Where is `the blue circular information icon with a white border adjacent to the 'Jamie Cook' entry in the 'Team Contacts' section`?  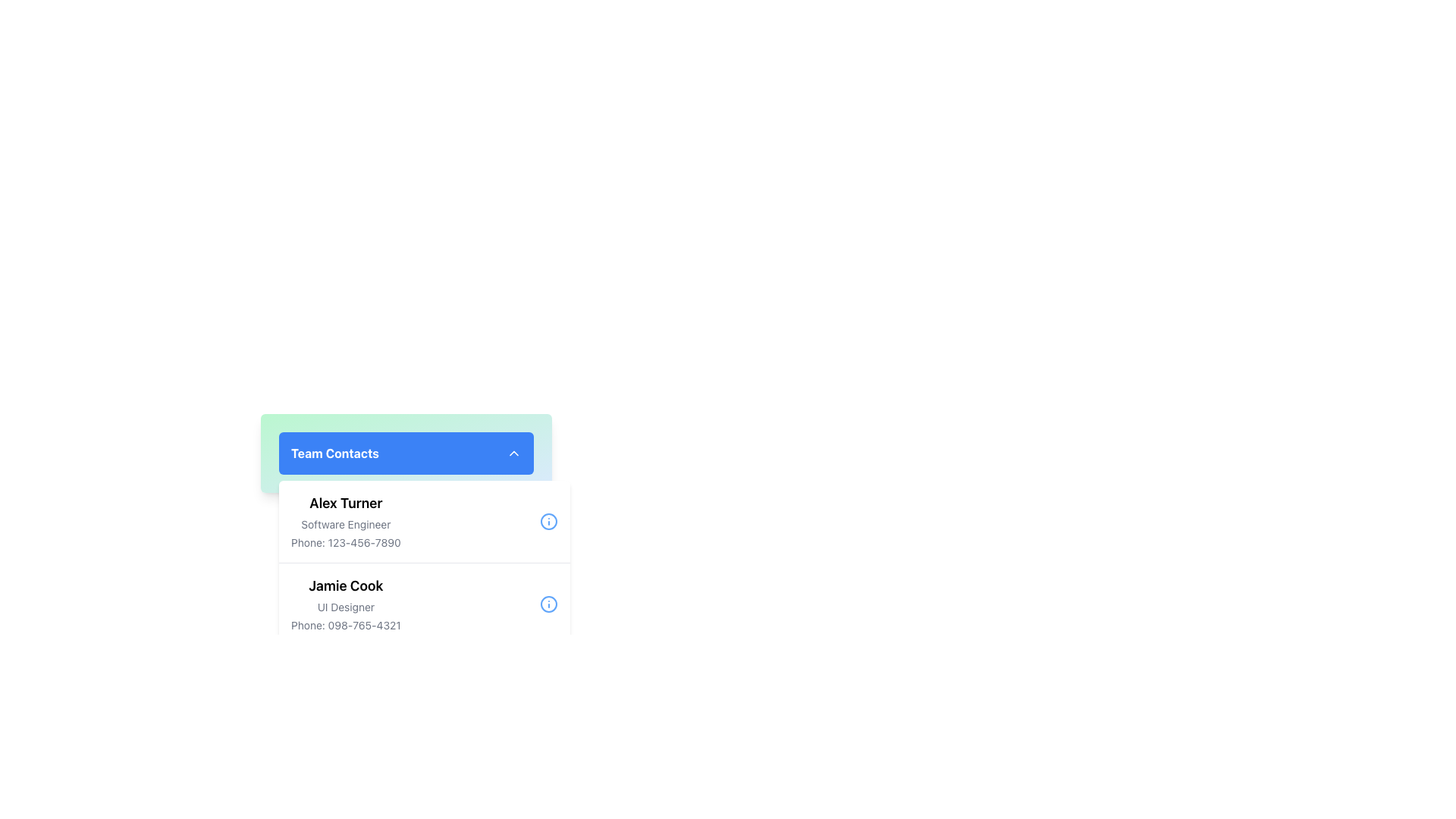
the blue circular information icon with a white border adjacent to the 'Jamie Cook' entry in the 'Team Contacts' section is located at coordinates (548, 604).